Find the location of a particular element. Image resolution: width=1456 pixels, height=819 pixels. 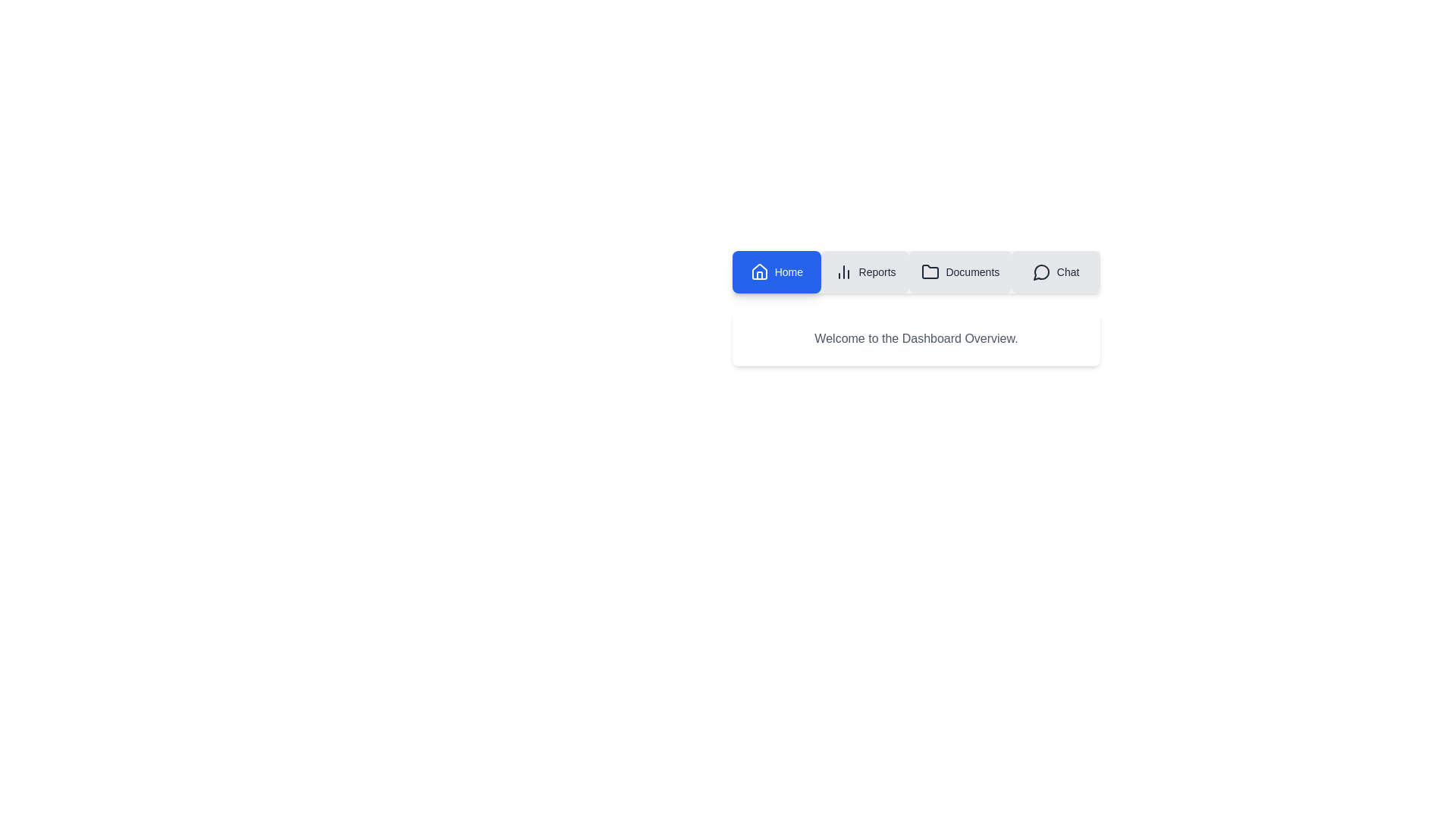

the tab labeled Documents to observe its visual feedback is located at coordinates (959, 271).